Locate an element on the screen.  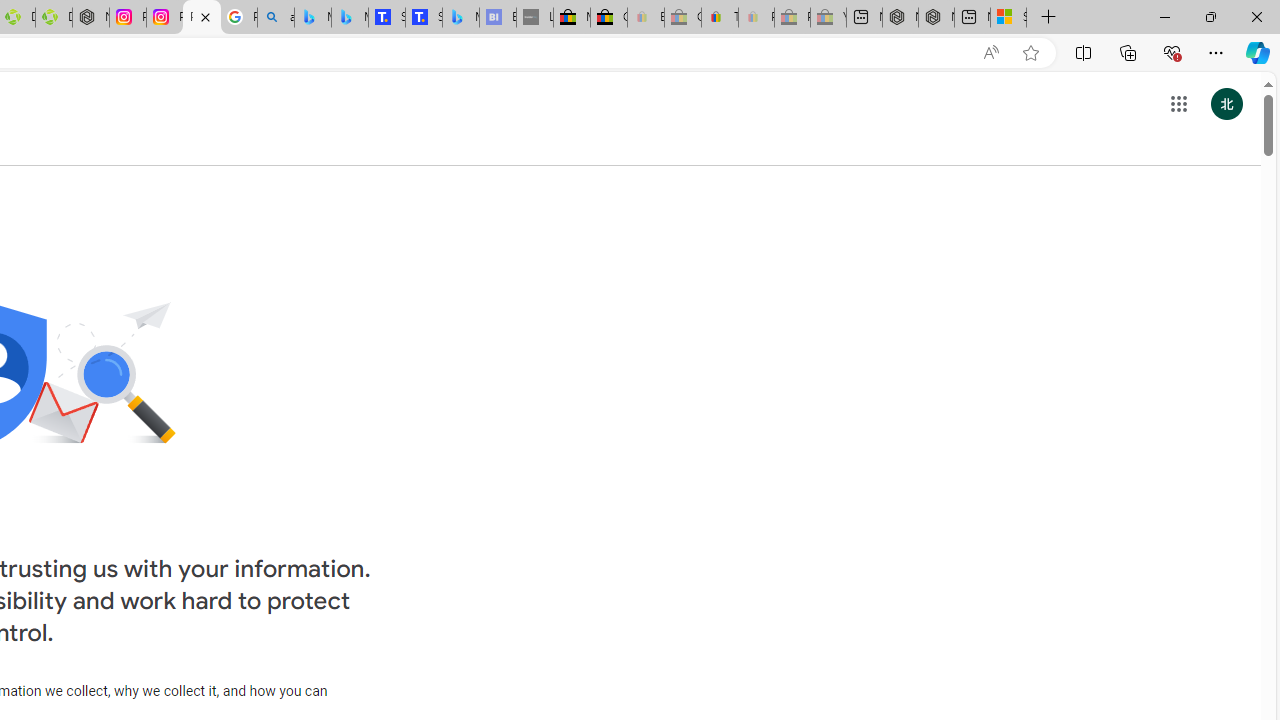
'Google apps' is located at coordinates (1178, 104).